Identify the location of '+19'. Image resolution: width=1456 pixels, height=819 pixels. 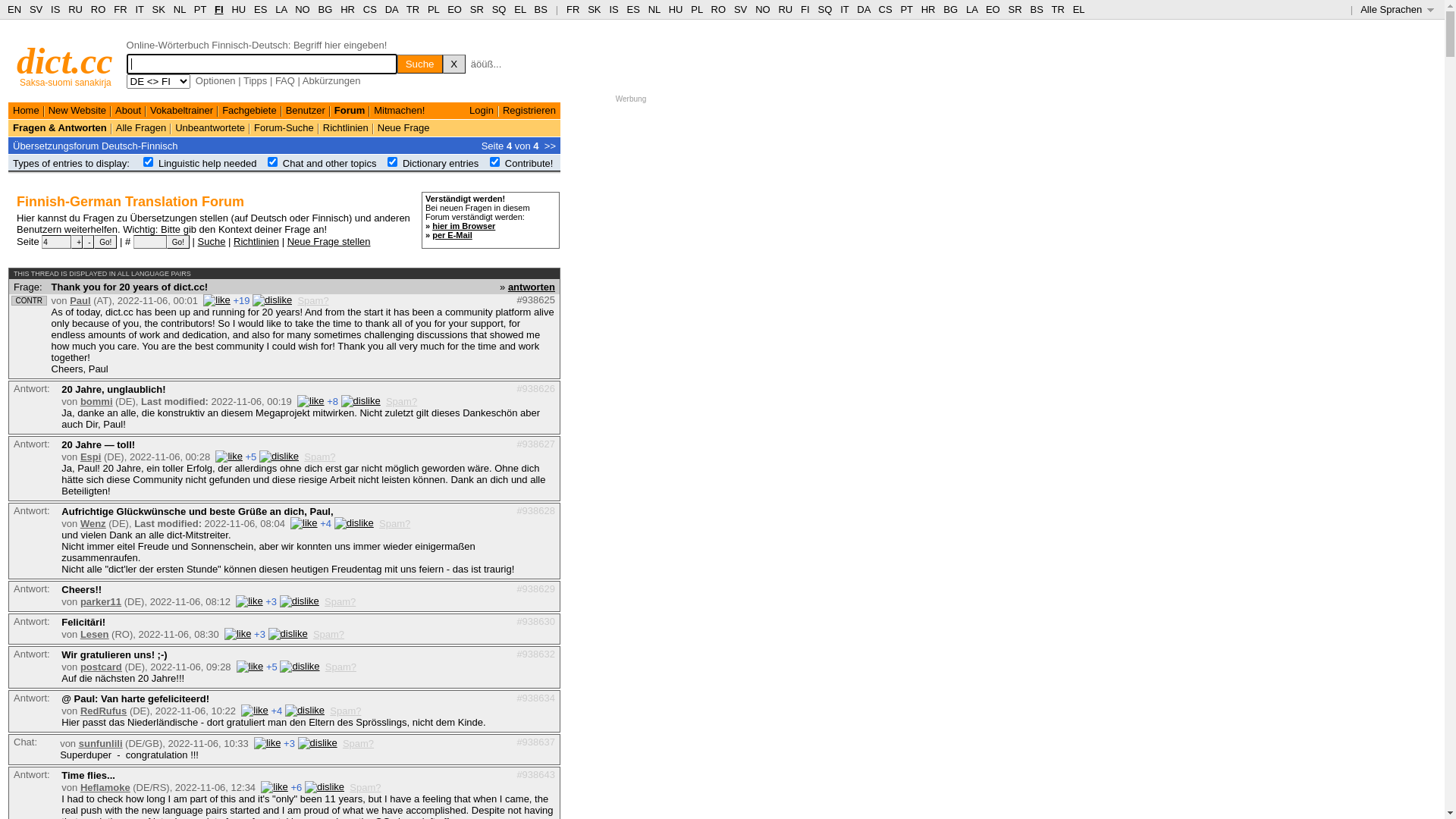
(232, 300).